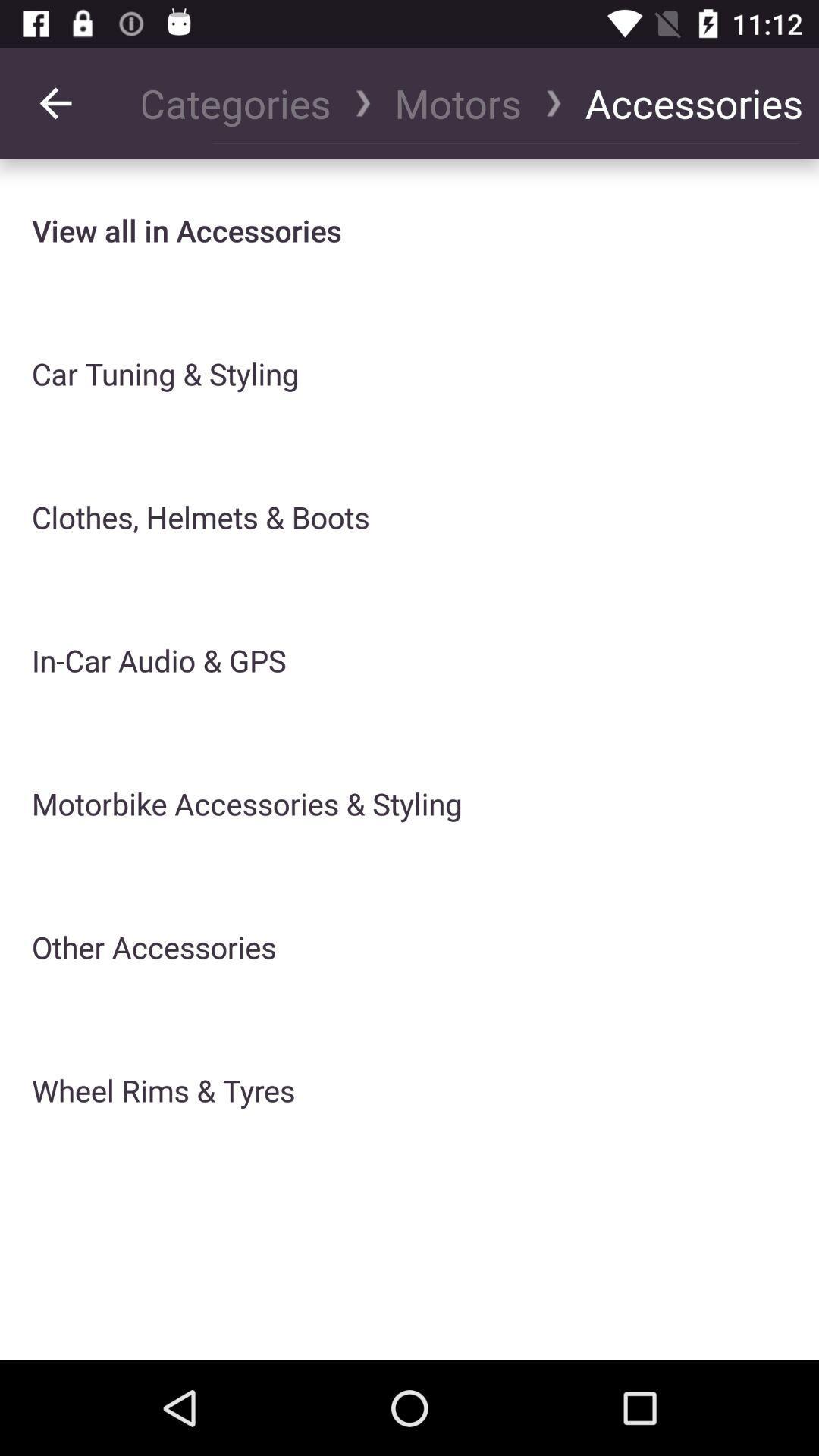  What do you see at coordinates (158, 661) in the screenshot?
I see `icon below the clothes, helmets & boots` at bounding box center [158, 661].